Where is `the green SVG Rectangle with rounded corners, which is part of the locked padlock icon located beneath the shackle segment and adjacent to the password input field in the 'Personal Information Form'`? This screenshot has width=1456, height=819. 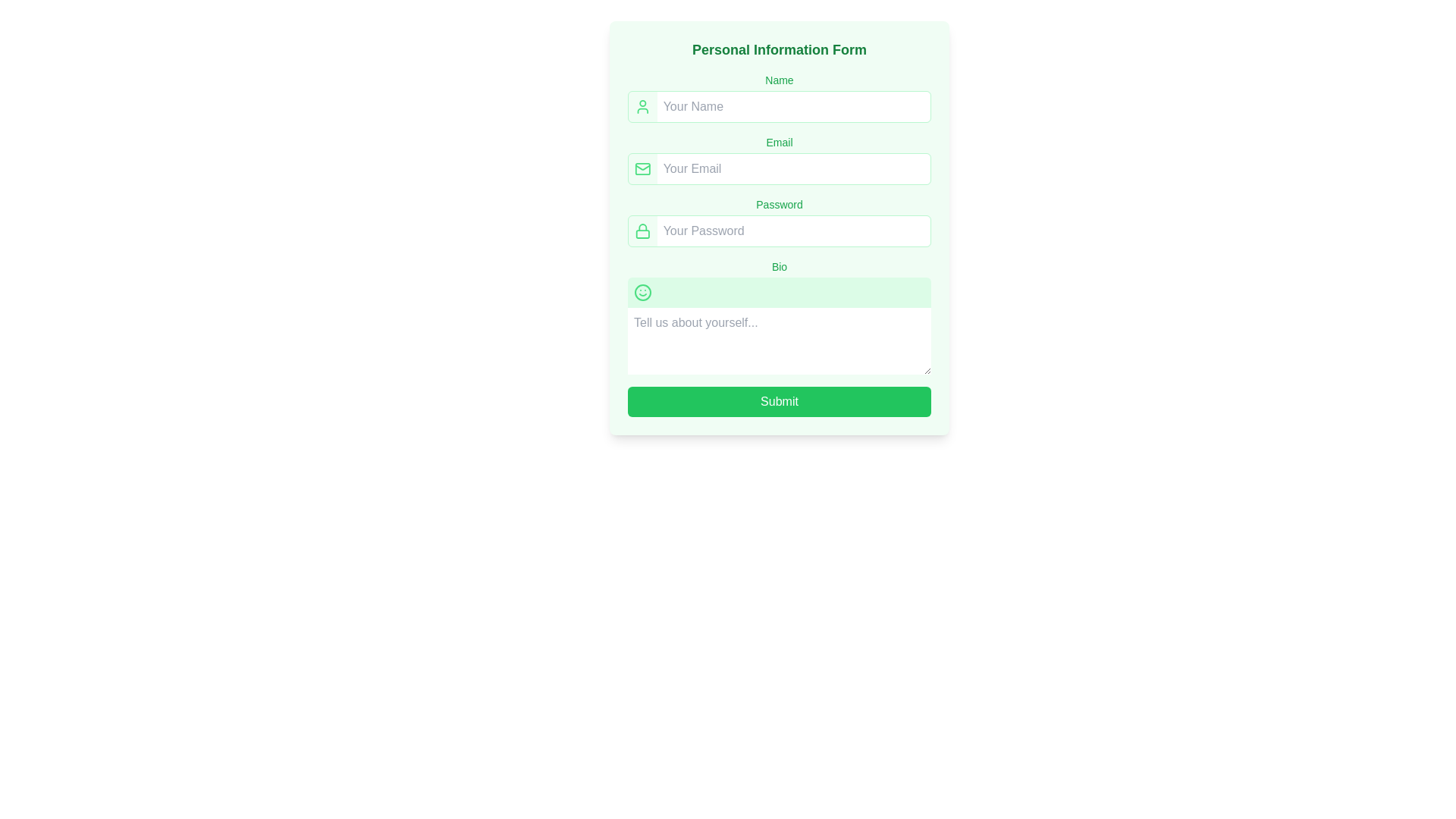
the green SVG Rectangle with rounded corners, which is part of the locked padlock icon located beneath the shackle segment and adjacent to the password input field in the 'Personal Information Form' is located at coordinates (642, 234).